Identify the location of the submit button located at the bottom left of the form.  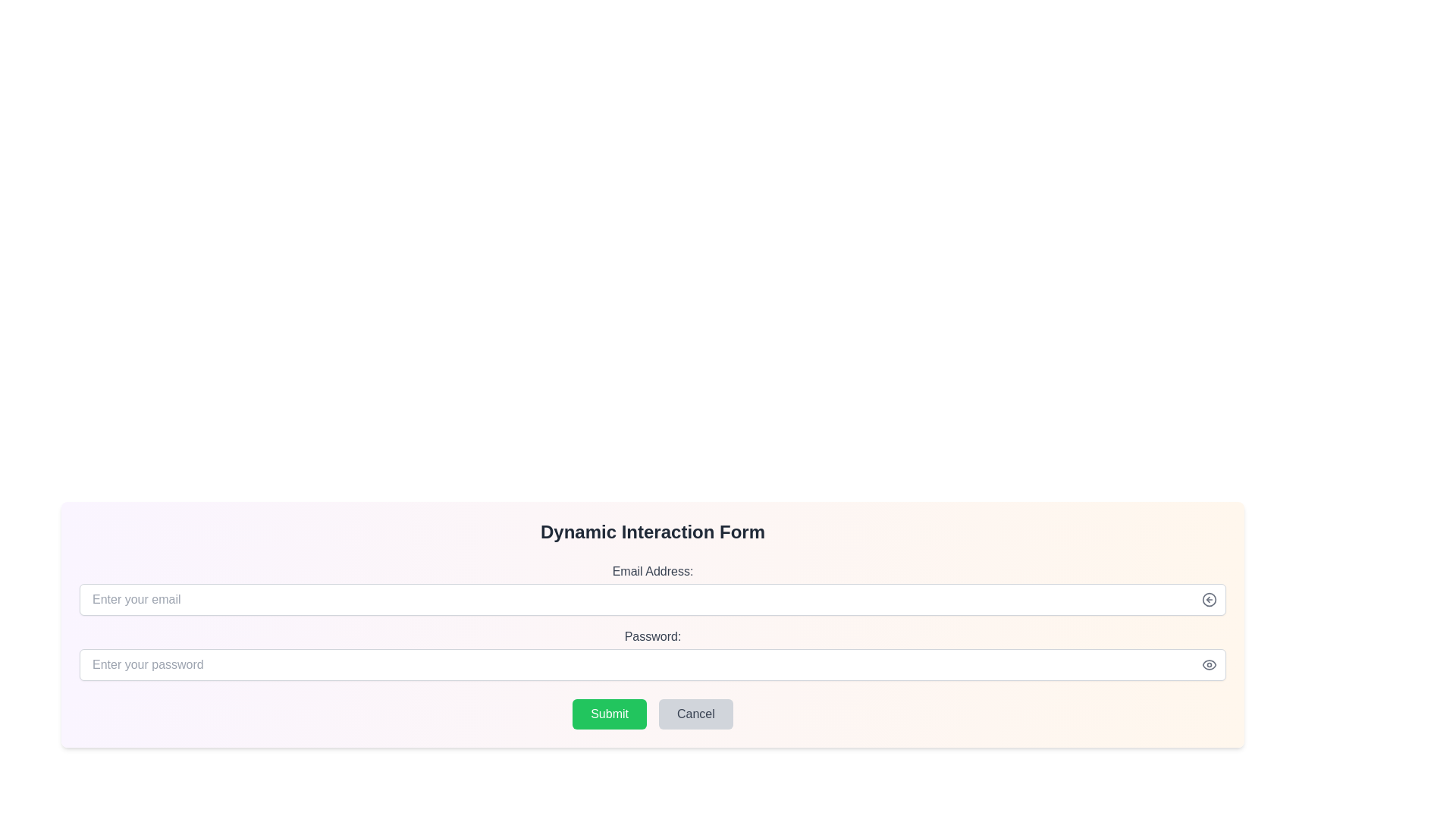
(610, 714).